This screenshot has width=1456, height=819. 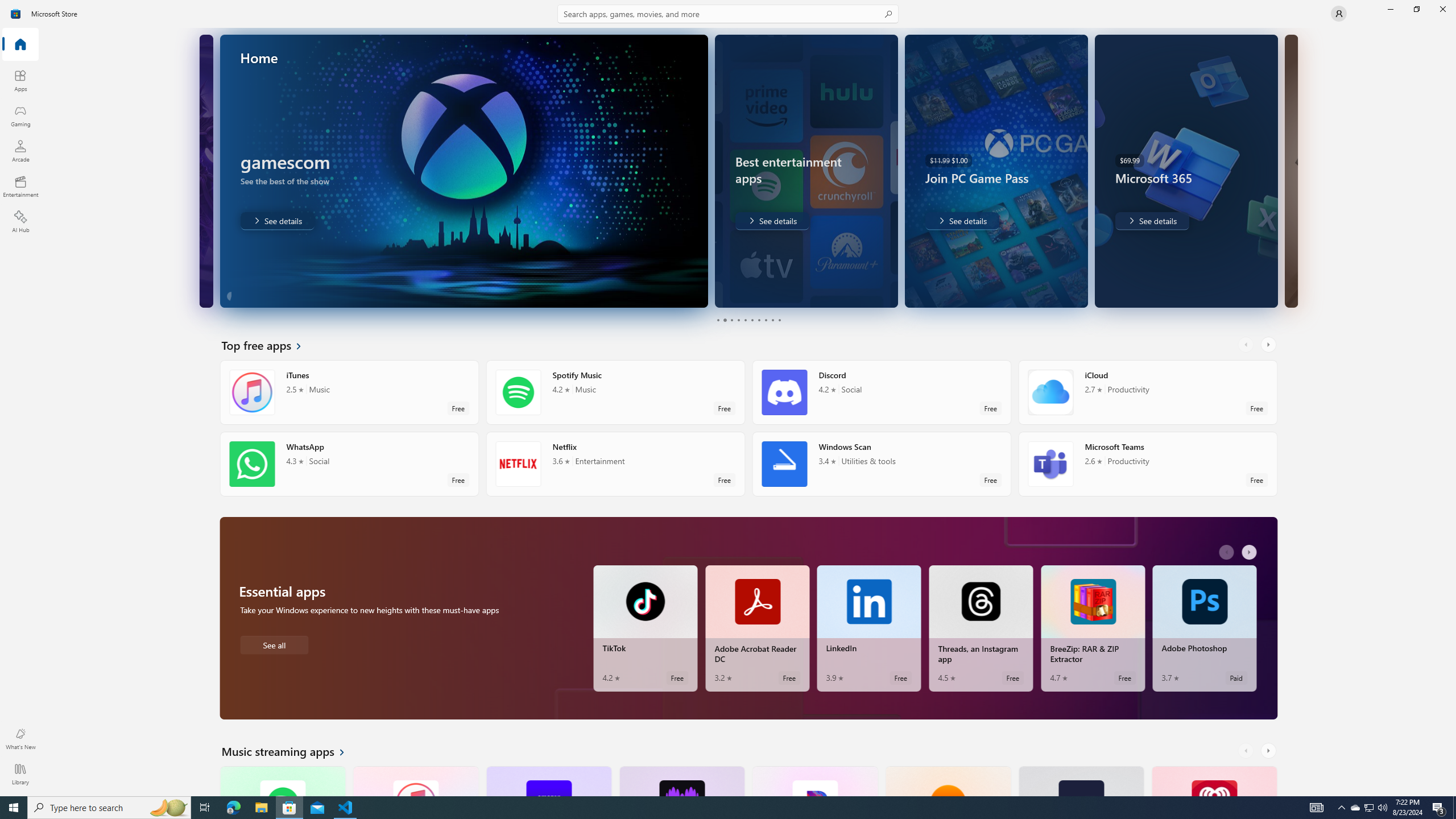 What do you see at coordinates (1247, 751) in the screenshot?
I see `'AutomationID: LeftScrollButton'` at bounding box center [1247, 751].